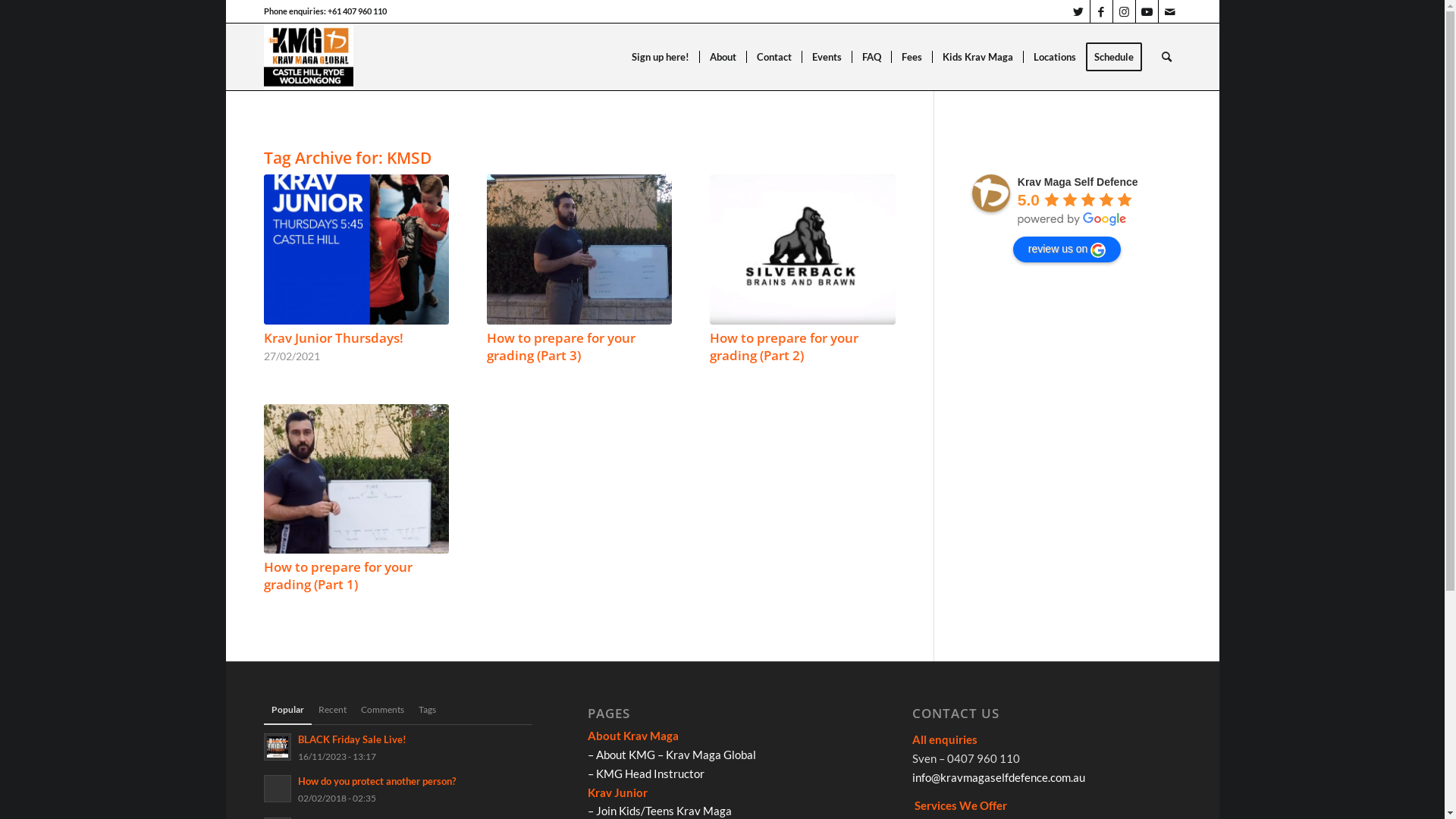 The width and height of the screenshot is (1456, 819). I want to click on 'Contact', so click(773, 55).